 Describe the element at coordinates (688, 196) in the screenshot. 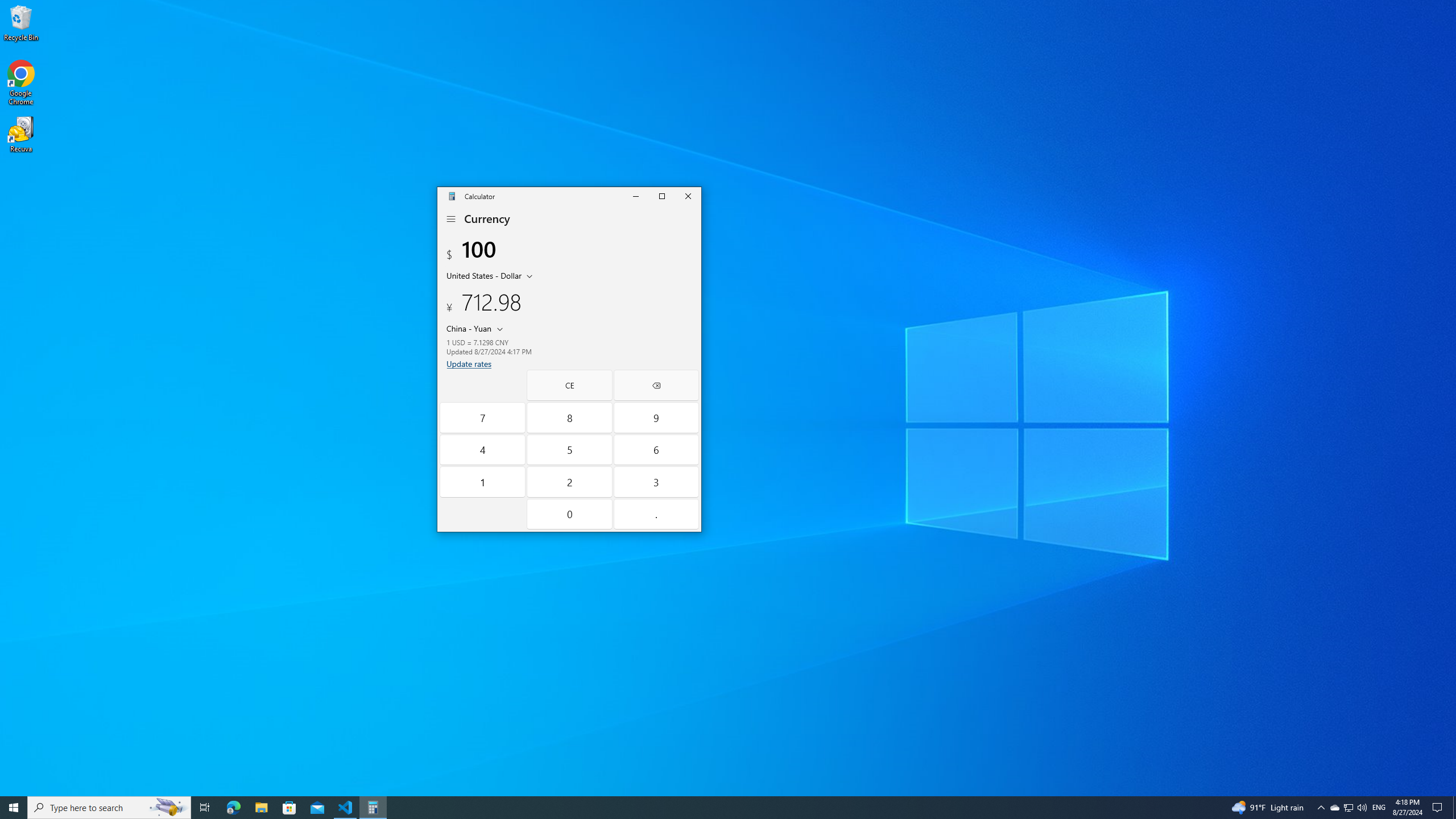

I see `'Close Calculator'` at that location.